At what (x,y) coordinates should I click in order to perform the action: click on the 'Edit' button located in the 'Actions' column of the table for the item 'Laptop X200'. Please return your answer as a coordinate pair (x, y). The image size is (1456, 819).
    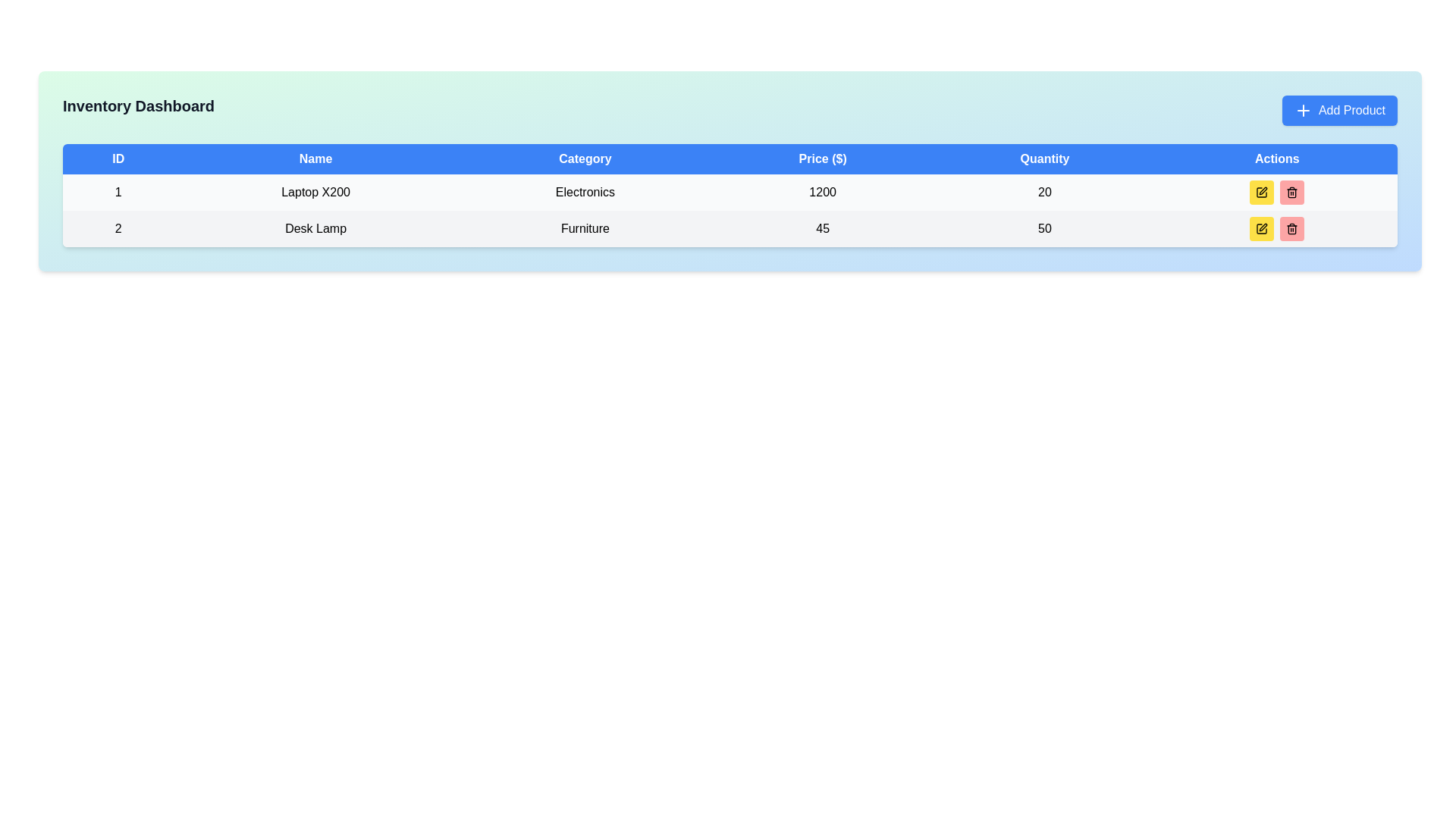
    Looking at the image, I should click on (1262, 192).